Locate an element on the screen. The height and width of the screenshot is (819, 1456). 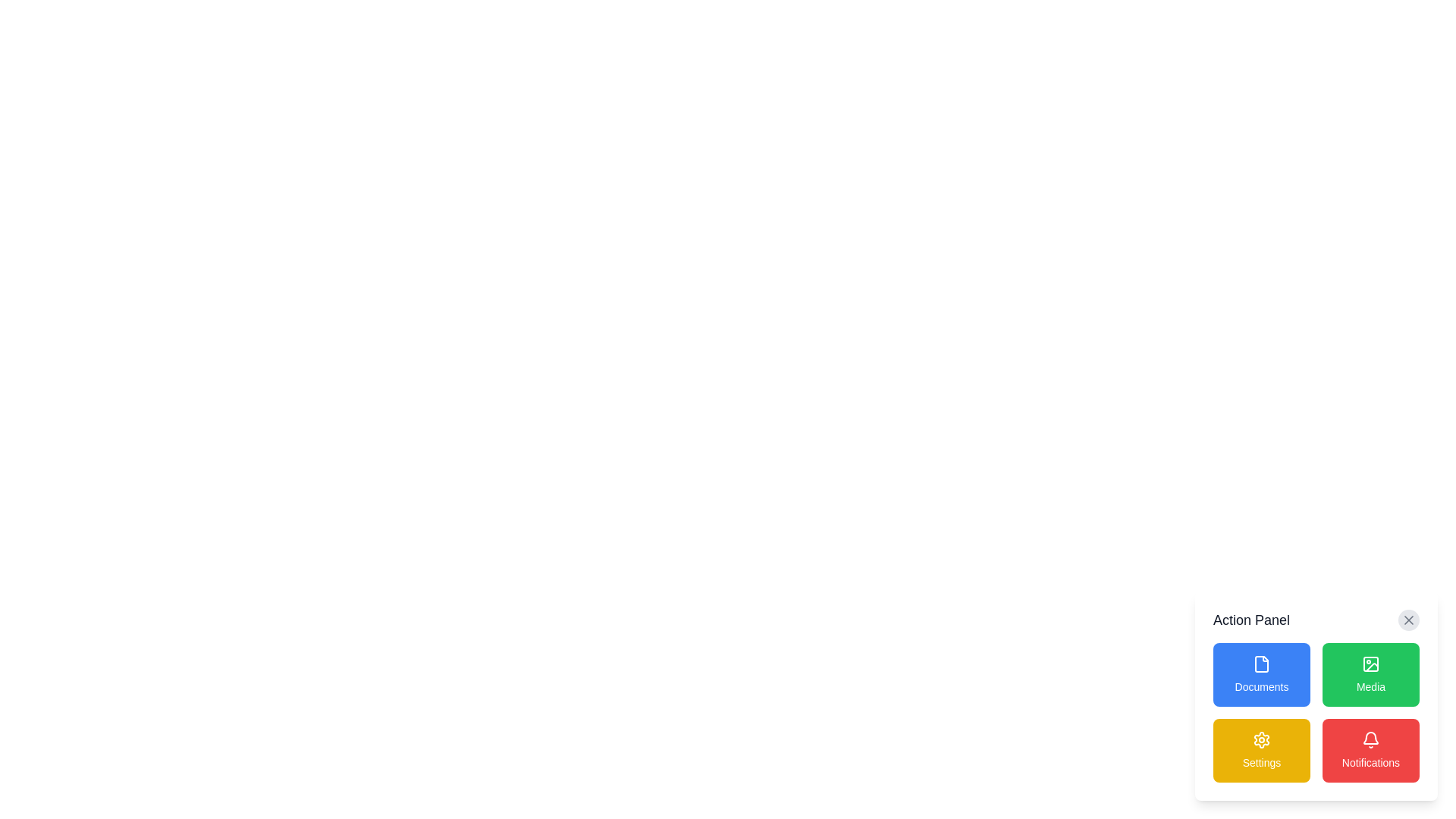
the 'Documents' icon button located in the blue button that signifies access to document-related features is located at coordinates (1262, 663).